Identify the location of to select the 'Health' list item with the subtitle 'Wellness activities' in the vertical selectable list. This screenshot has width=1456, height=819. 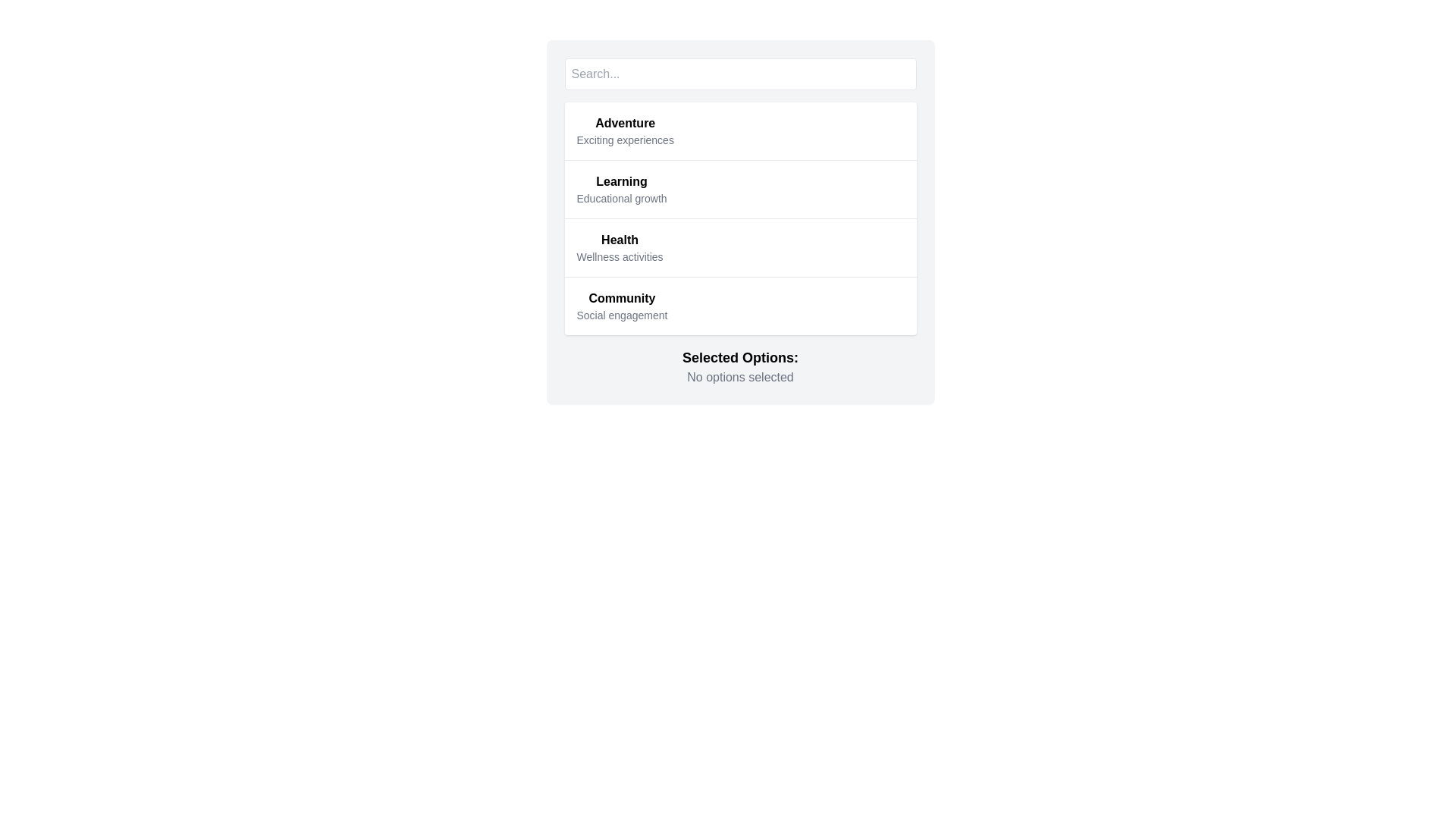
(740, 246).